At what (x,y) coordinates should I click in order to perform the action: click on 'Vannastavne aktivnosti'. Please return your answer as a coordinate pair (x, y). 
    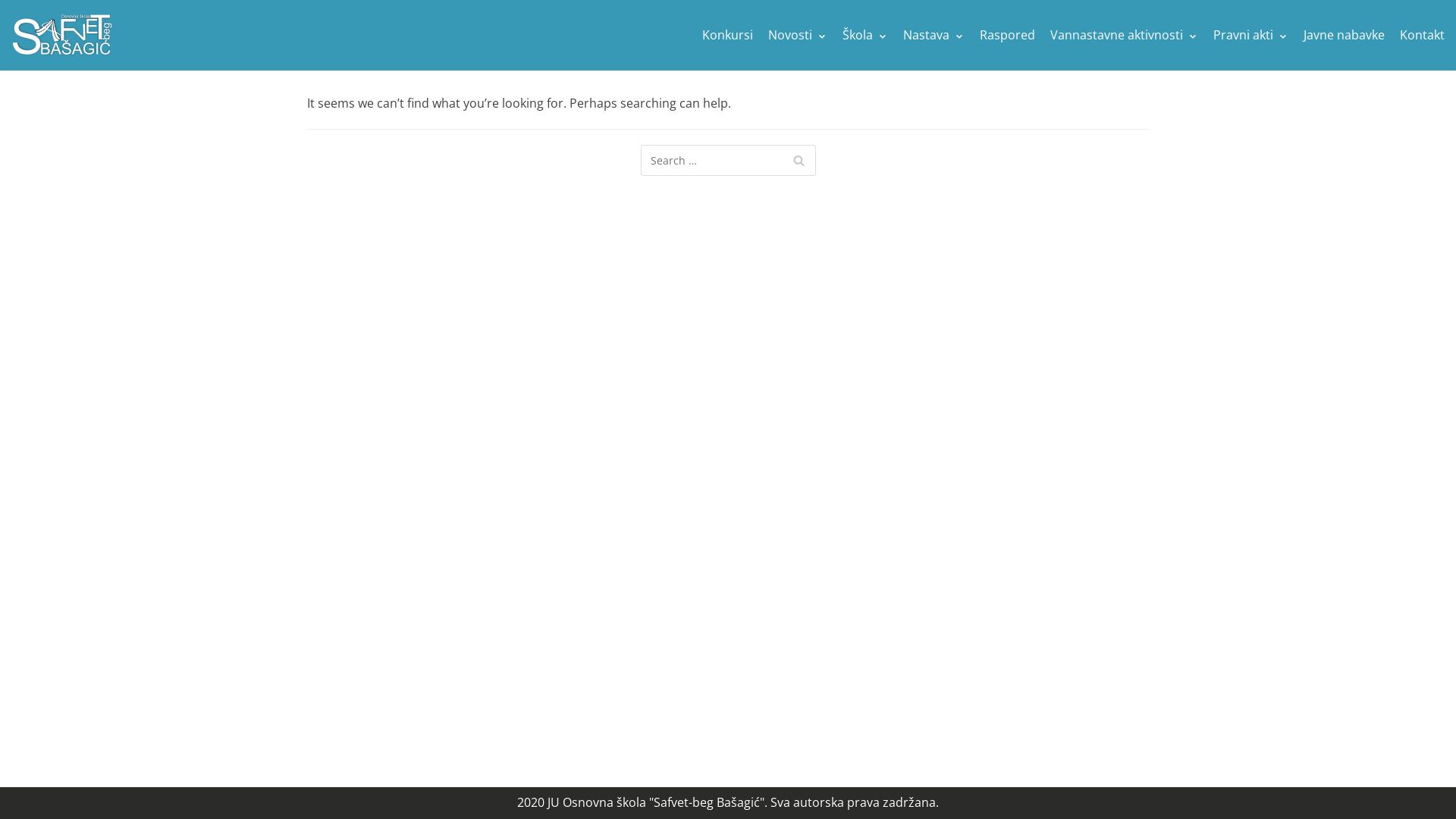
    Looking at the image, I should click on (1124, 34).